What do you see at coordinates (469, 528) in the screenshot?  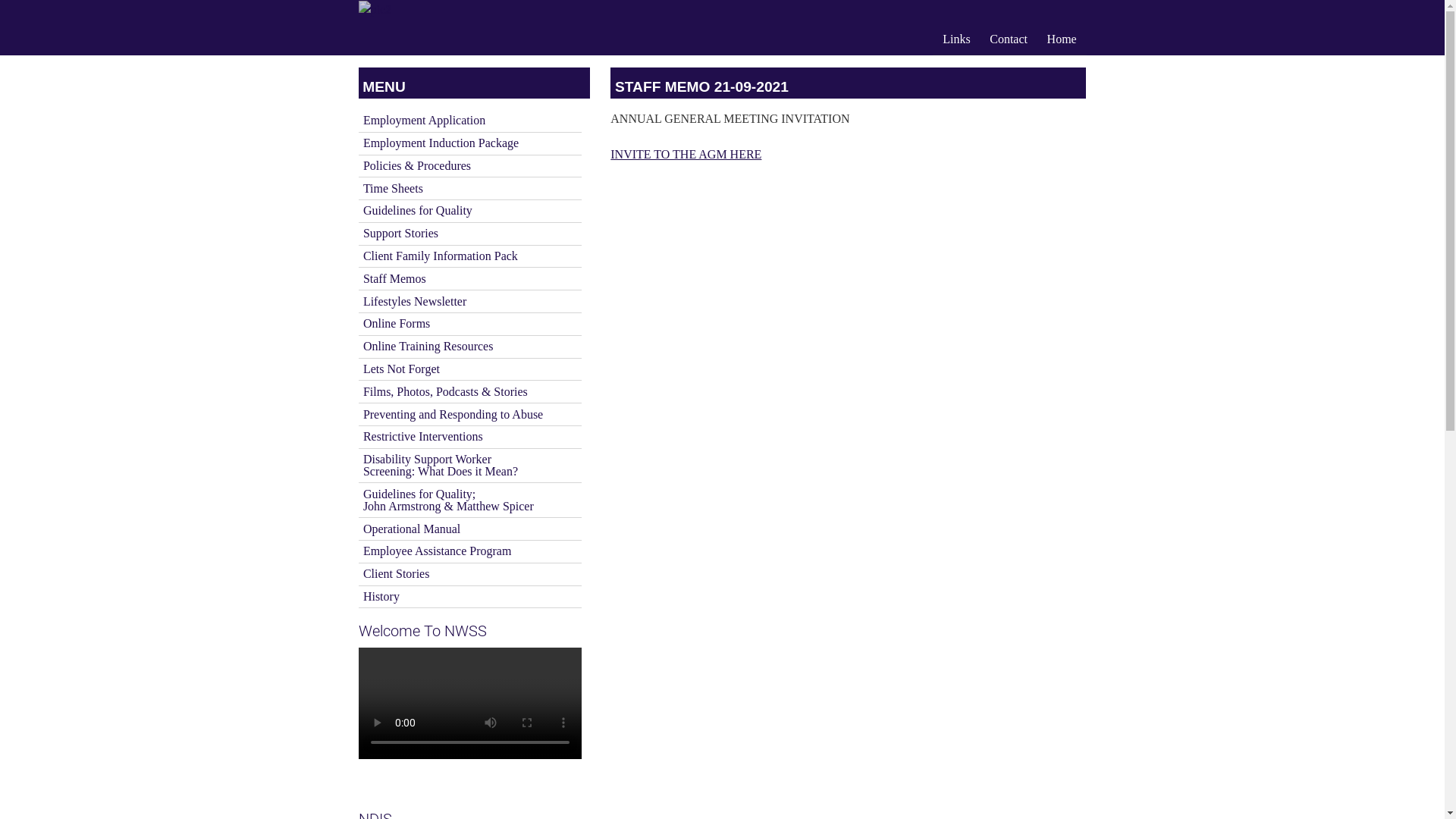 I see `'Operational Manual'` at bounding box center [469, 528].